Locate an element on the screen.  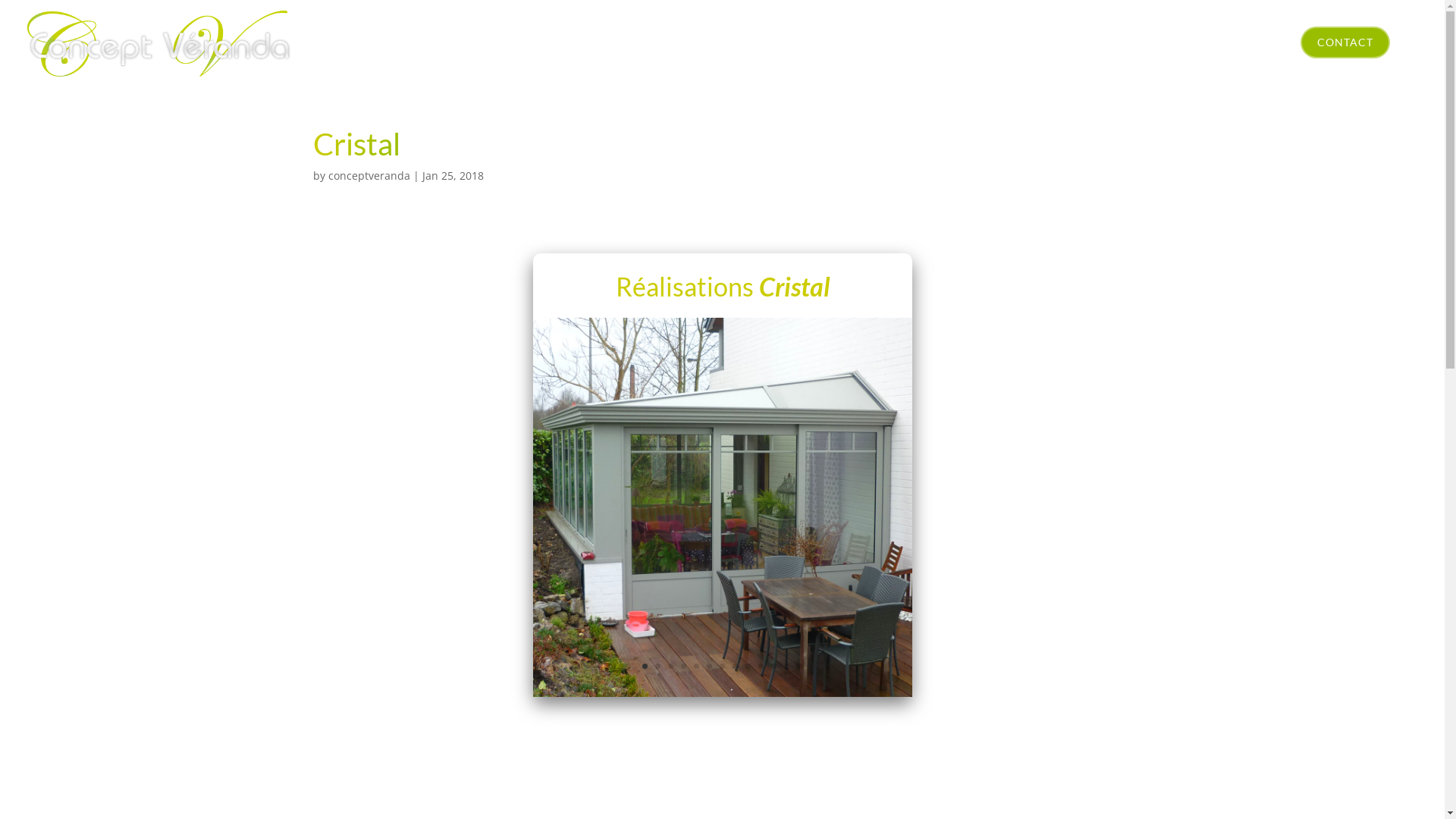
'CONTACT' is located at coordinates (1345, 42).